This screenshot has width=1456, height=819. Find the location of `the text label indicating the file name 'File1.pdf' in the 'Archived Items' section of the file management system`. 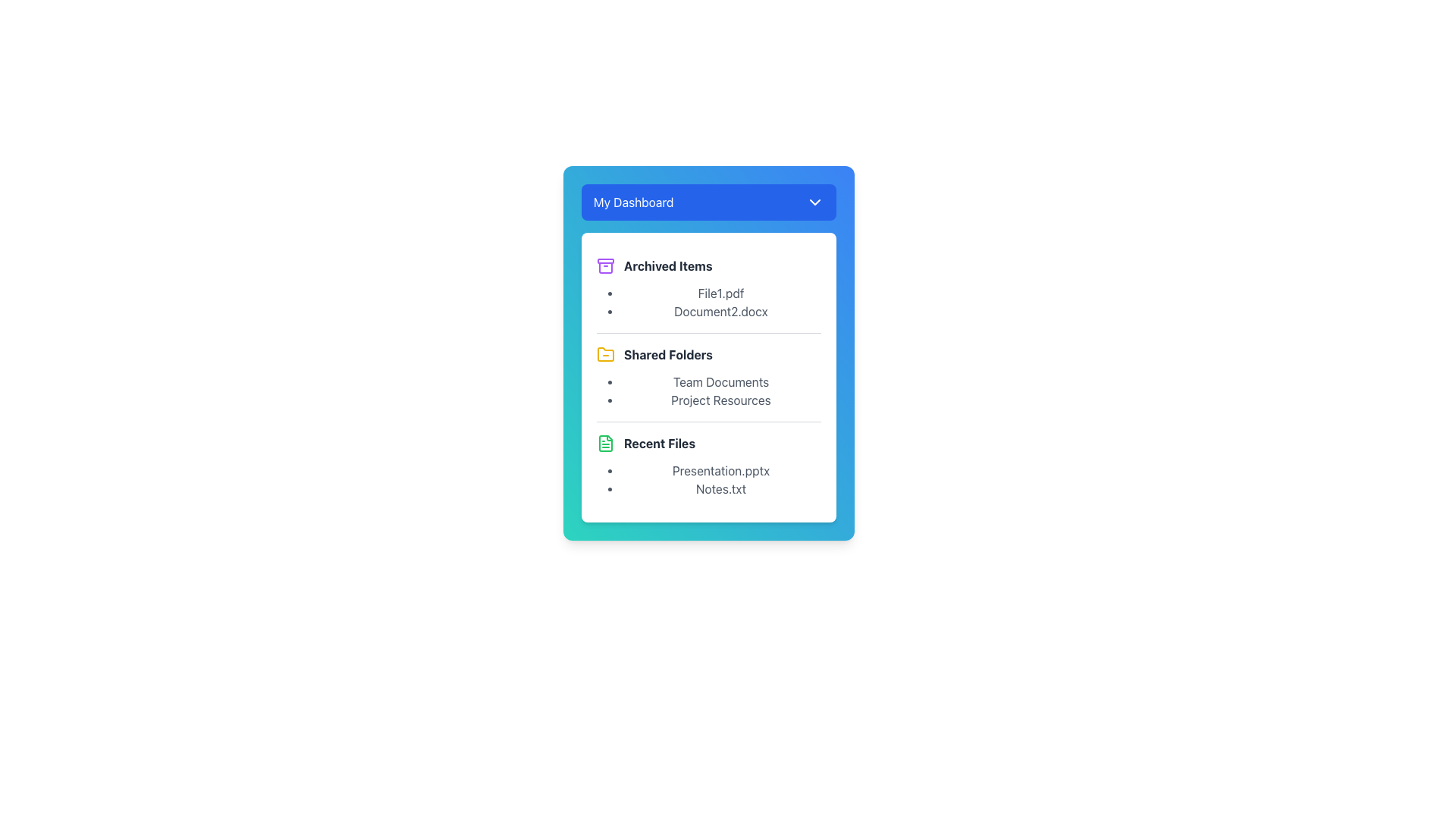

the text label indicating the file name 'File1.pdf' in the 'Archived Items' section of the file management system is located at coordinates (720, 293).